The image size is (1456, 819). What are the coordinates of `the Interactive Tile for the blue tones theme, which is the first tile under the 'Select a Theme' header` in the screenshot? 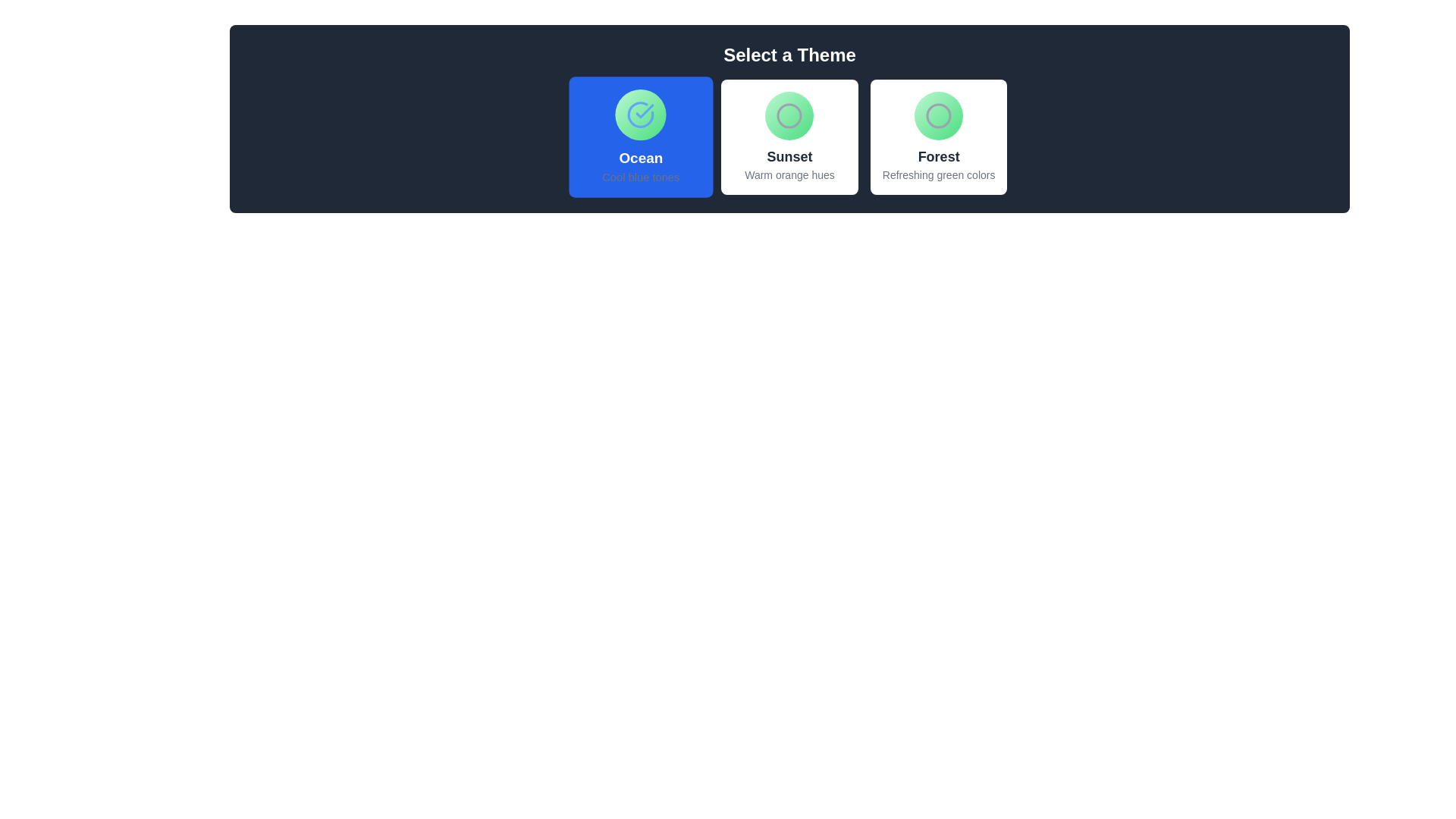 It's located at (640, 137).